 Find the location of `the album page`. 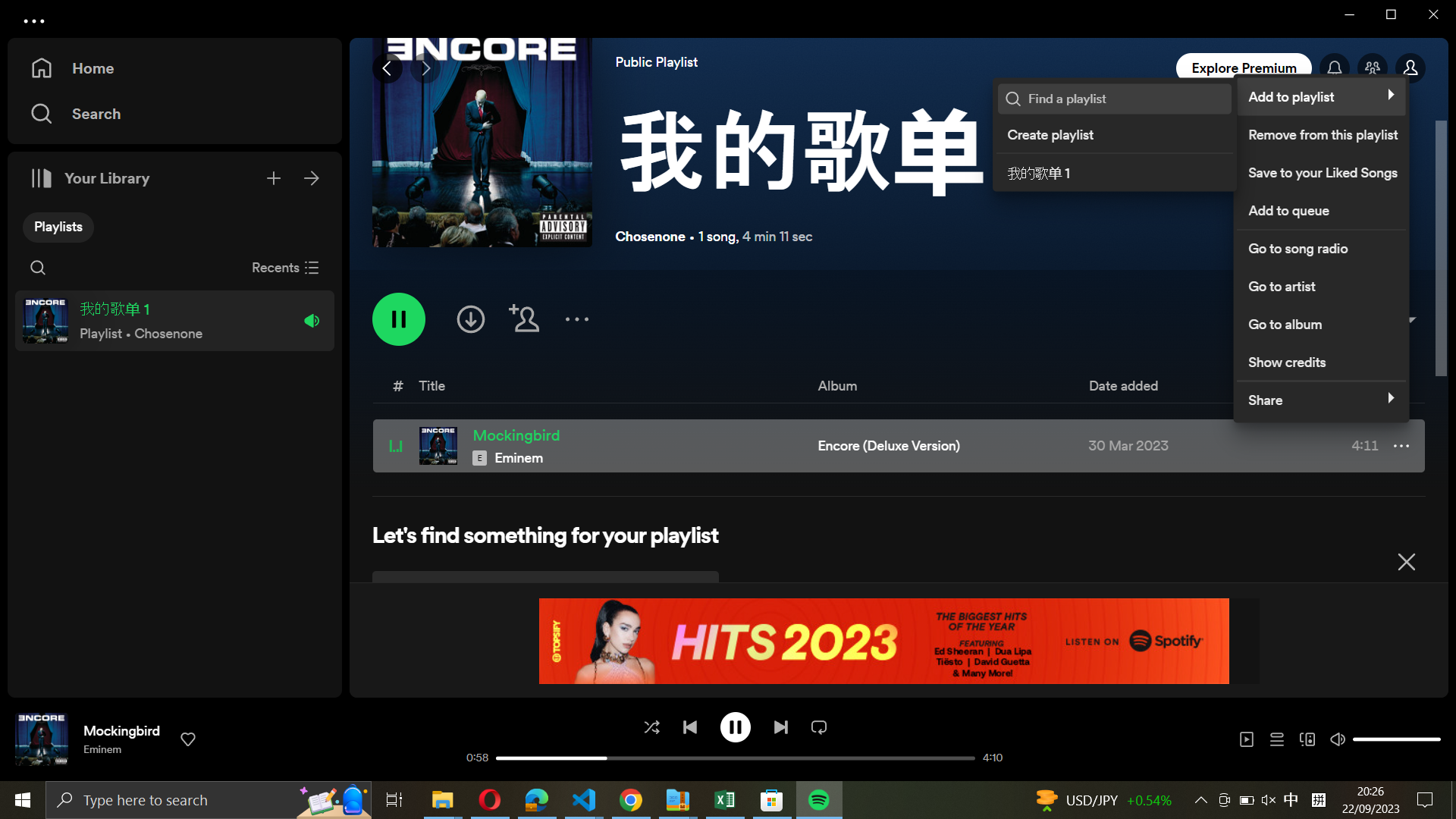

the album page is located at coordinates (1317, 320).